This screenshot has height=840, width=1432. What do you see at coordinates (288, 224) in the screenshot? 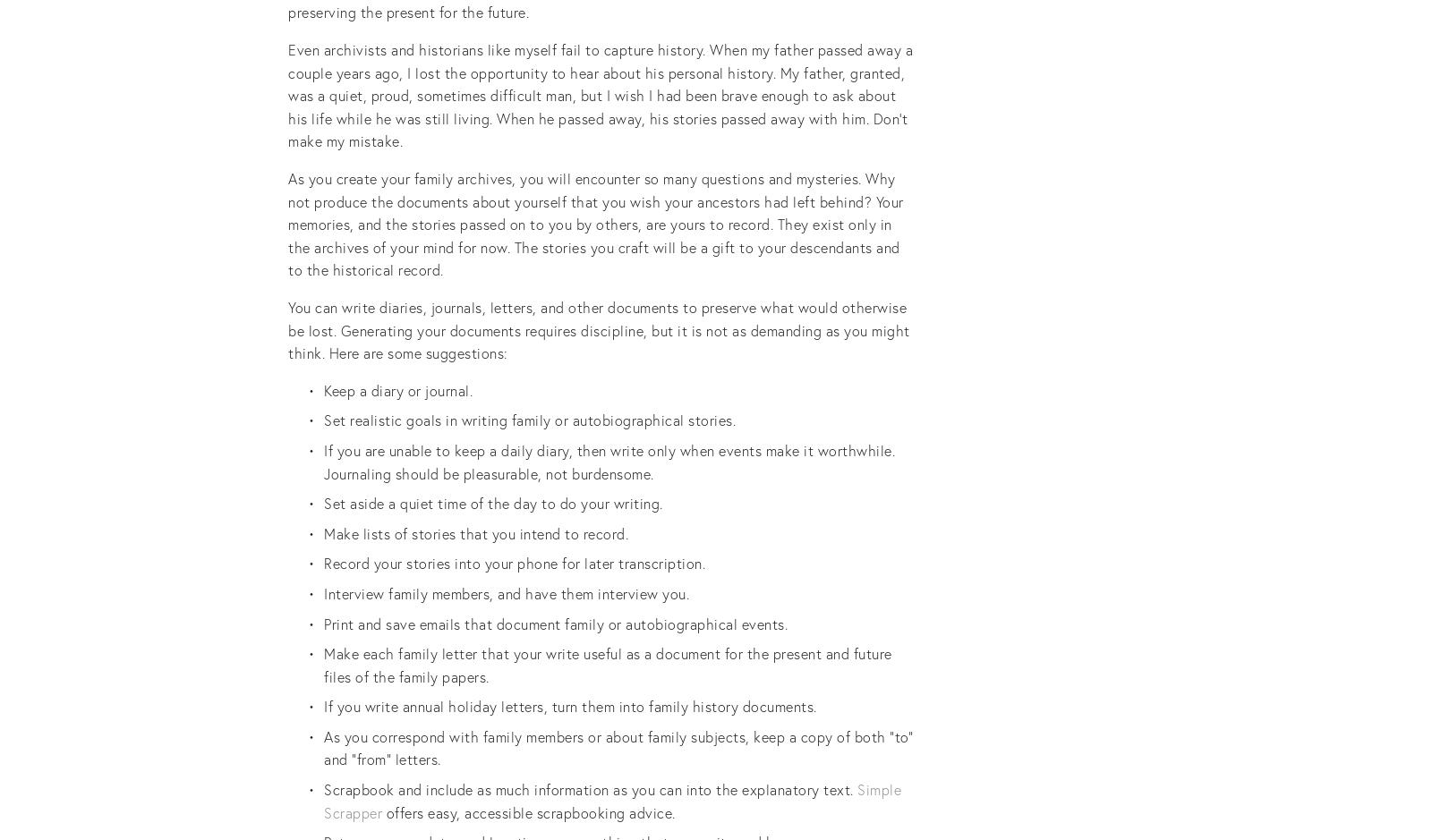
I see `'As you create your family archives, you will encounter so many questions and mysteries. Why not produce the documents about yourself that you wish your ancestors had left behind? Your memories, and the stories passed on to you by others, are yours to record. They exist only in the archives of your mind for now. The stories you craft will be a gift to your descendants and to the historical record.'` at bounding box center [288, 224].